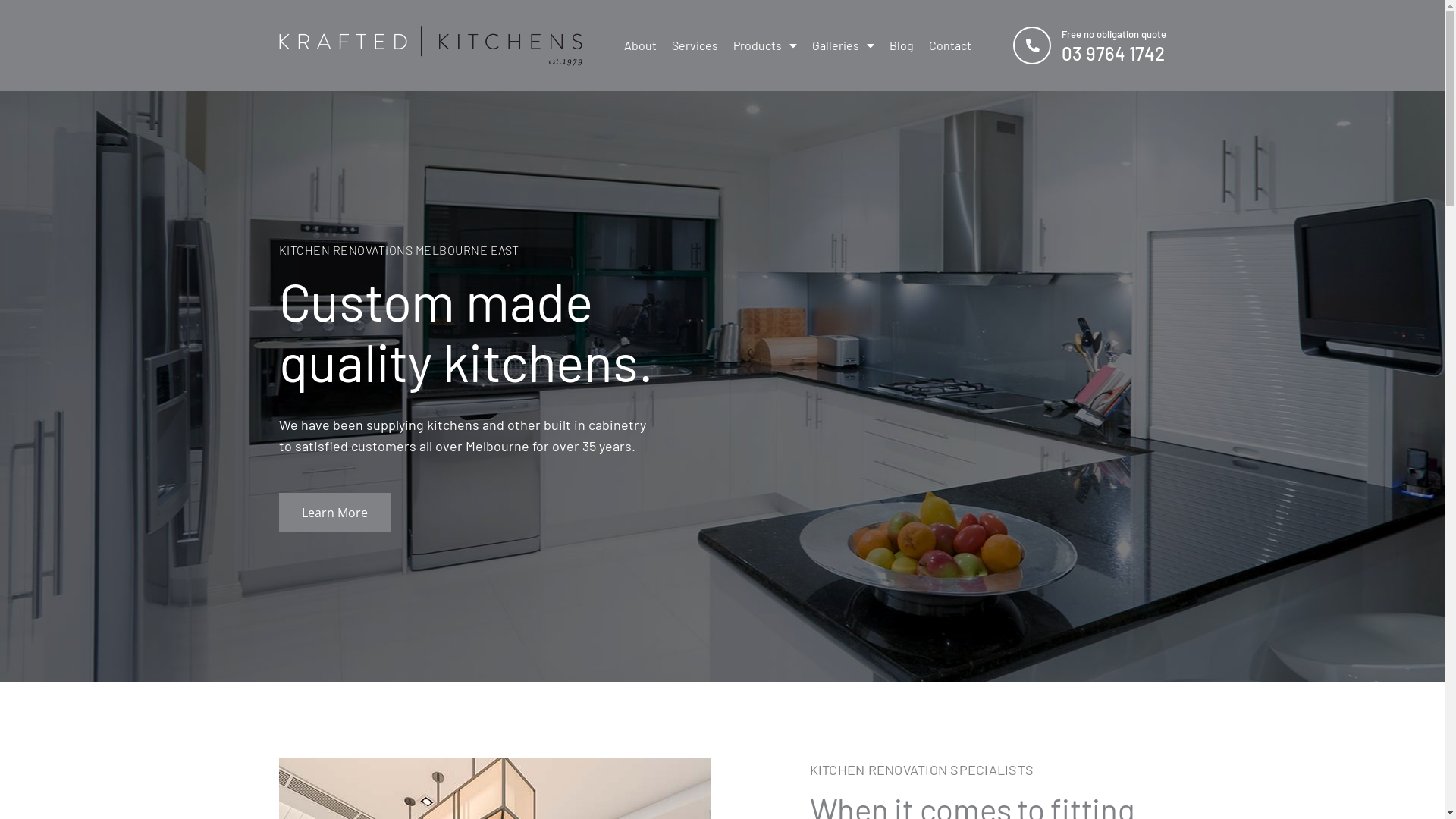 This screenshot has width=1456, height=819. I want to click on 'Contact', so click(949, 45).